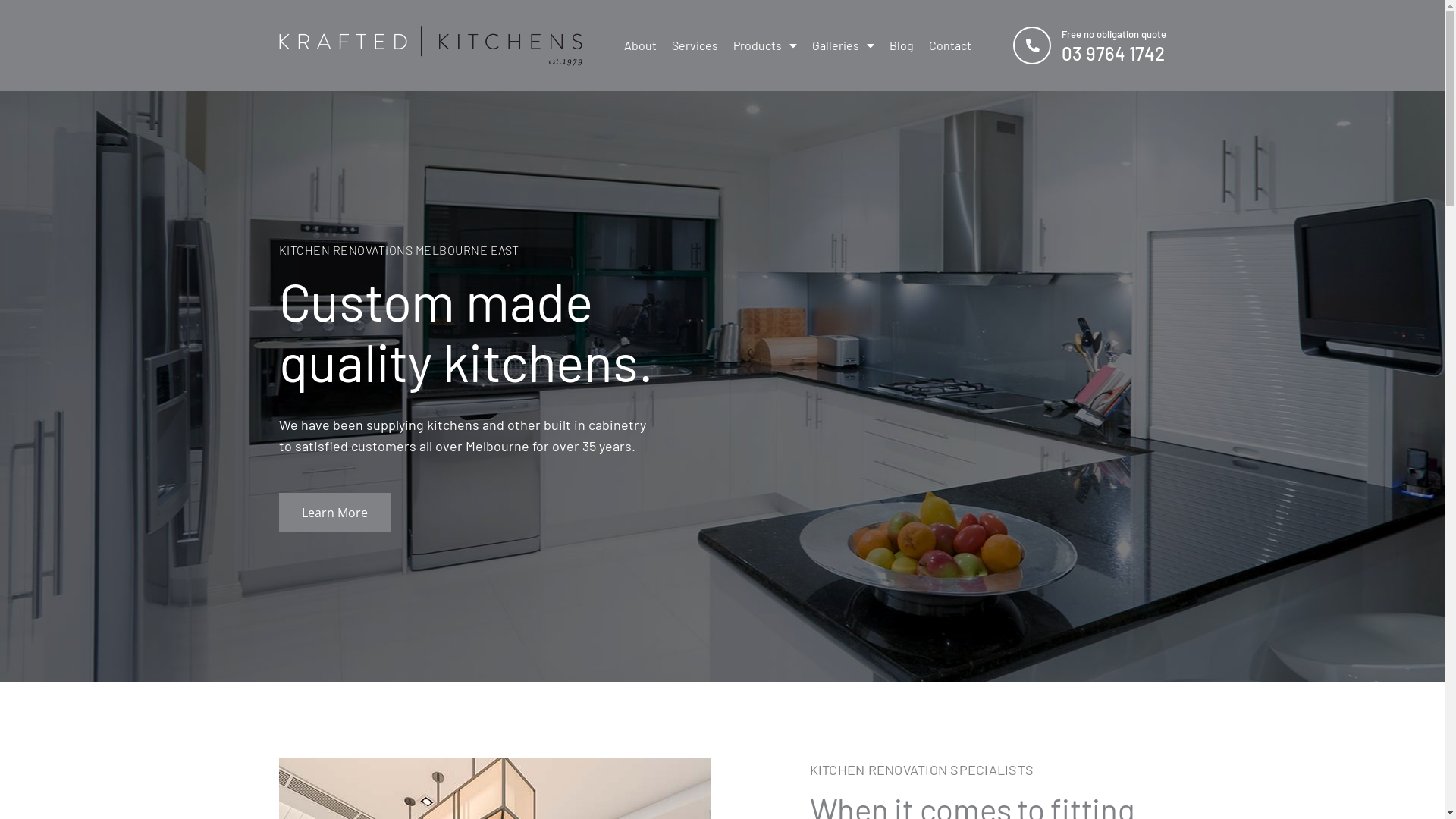 This screenshot has width=1456, height=819. I want to click on 'Contact', so click(949, 45).